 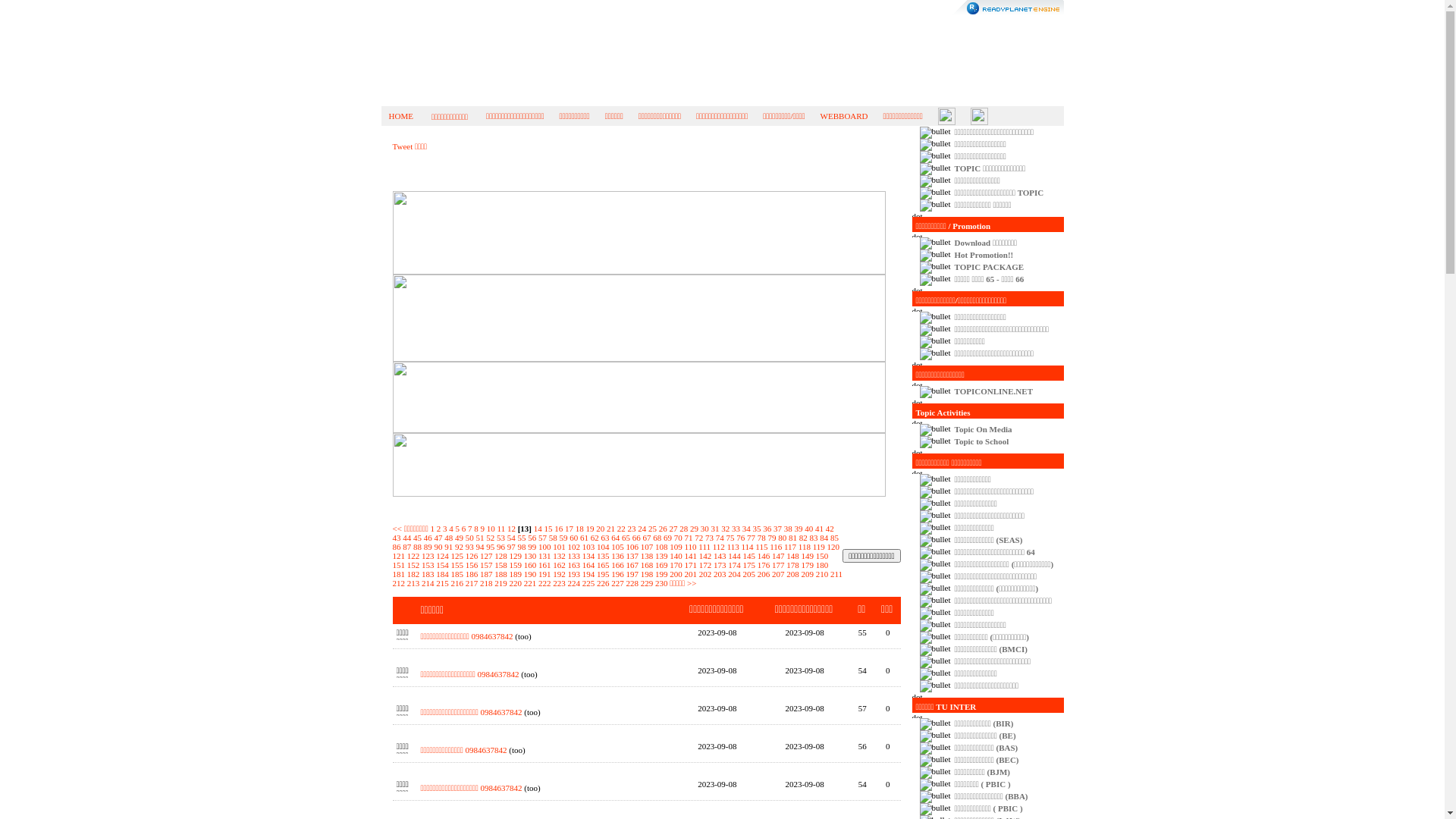 I want to click on '78', so click(x=761, y=537).